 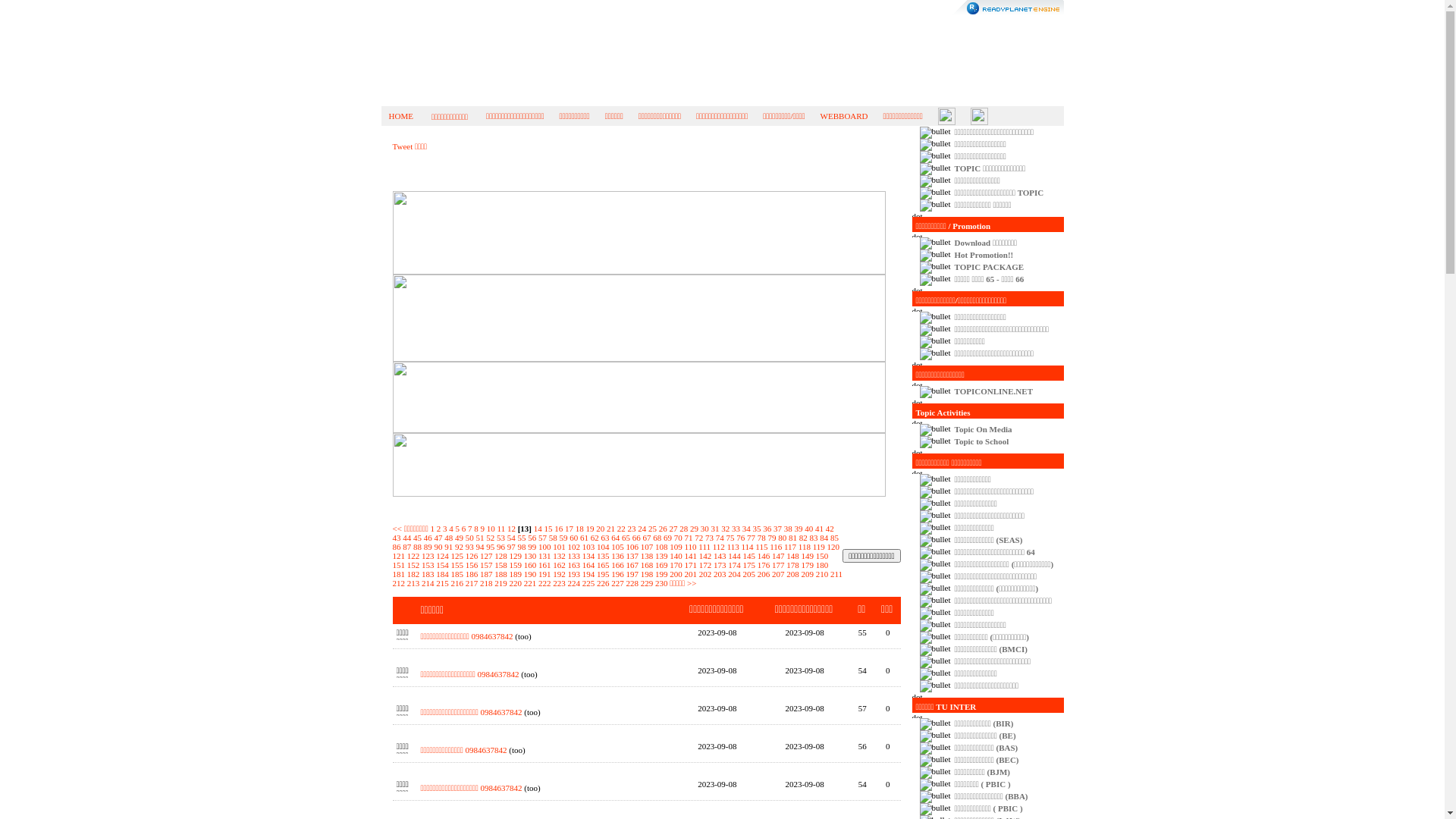 I want to click on '78', so click(x=761, y=537).